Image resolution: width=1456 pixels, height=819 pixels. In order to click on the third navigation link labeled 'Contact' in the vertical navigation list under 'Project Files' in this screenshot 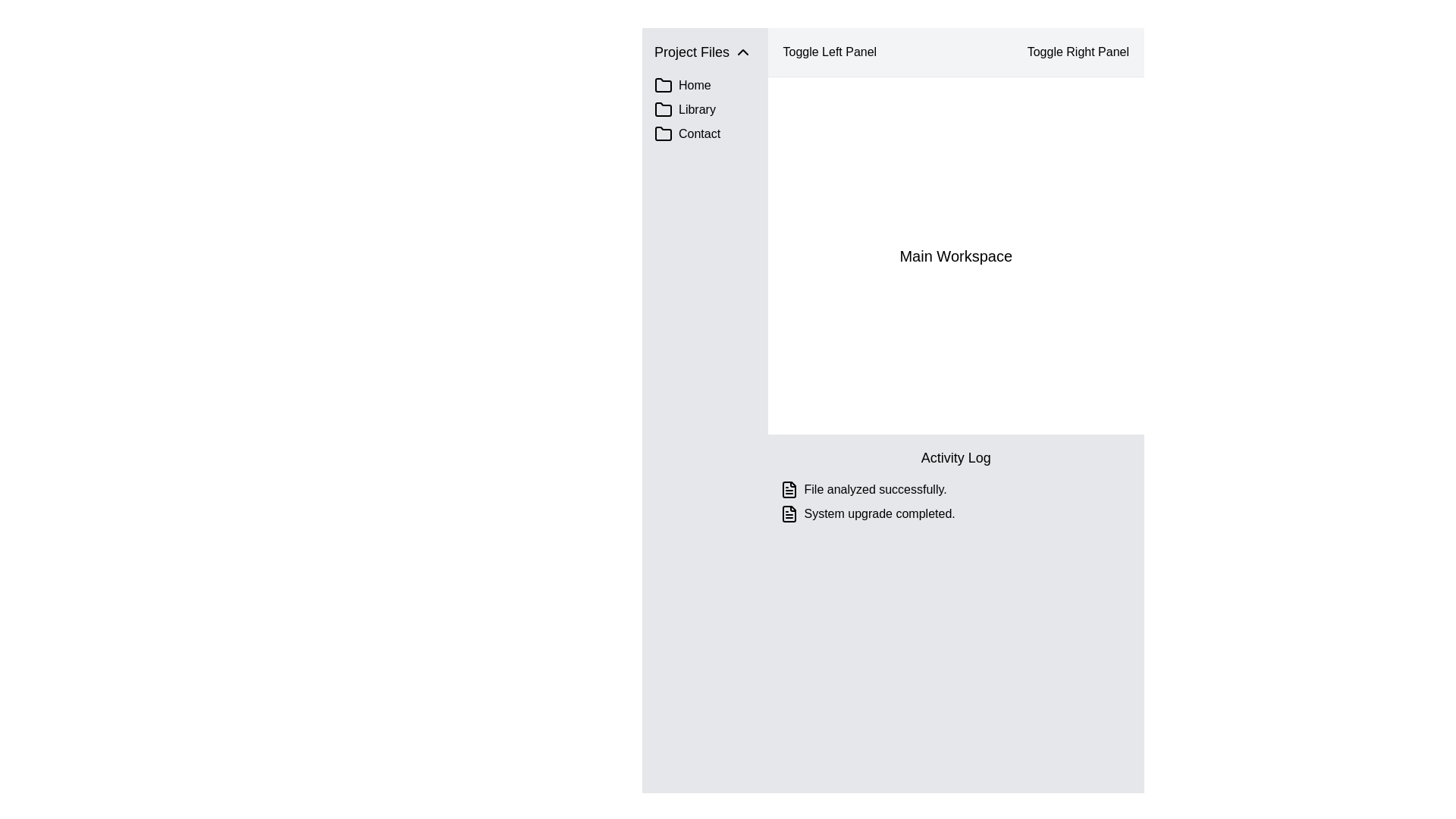, I will do `click(704, 133)`.